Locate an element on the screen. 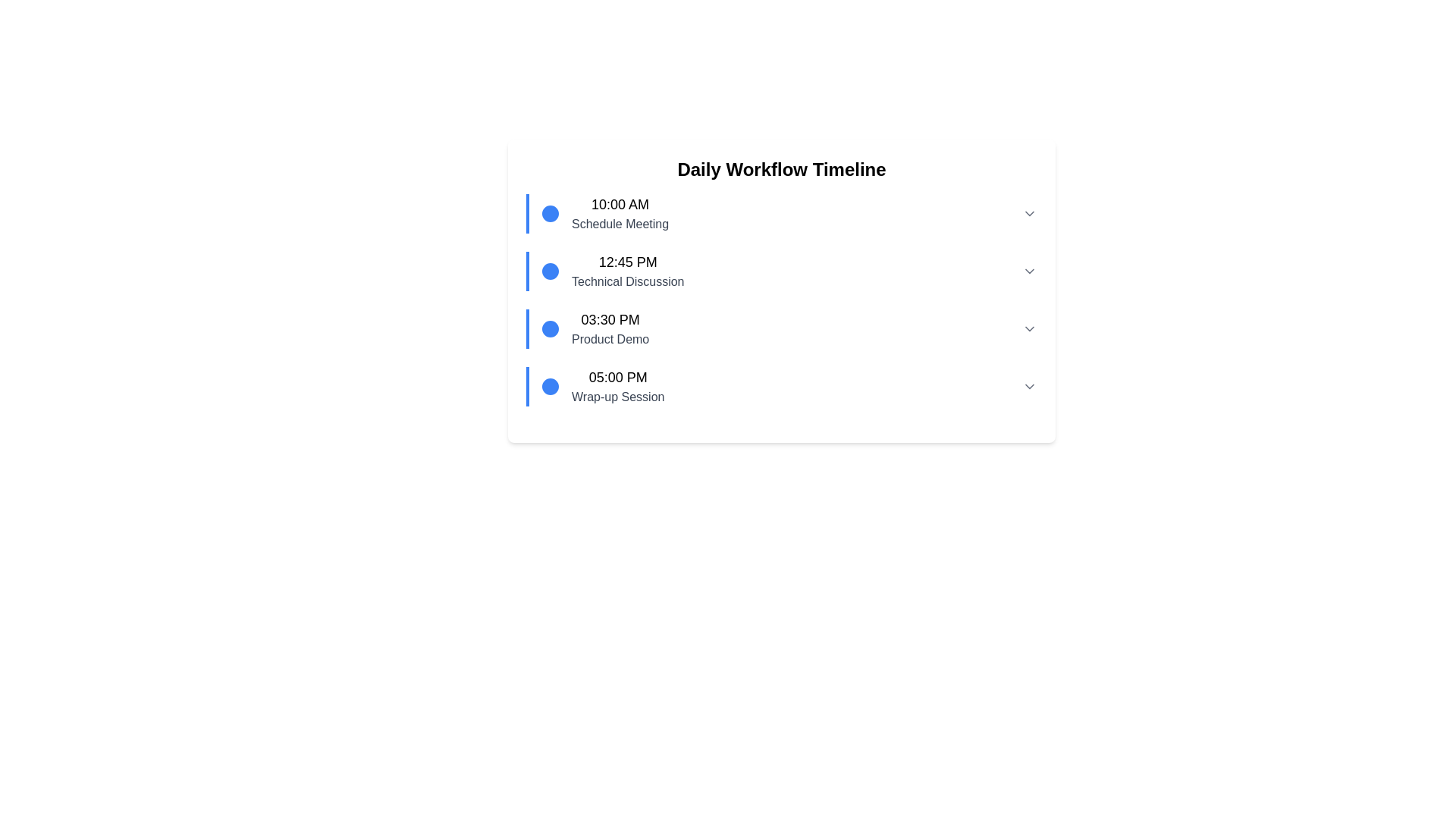  the third item in the vertical timeline interface that represents the event titled 'Product Demo' at '03:30 PM' is located at coordinates (782, 328).